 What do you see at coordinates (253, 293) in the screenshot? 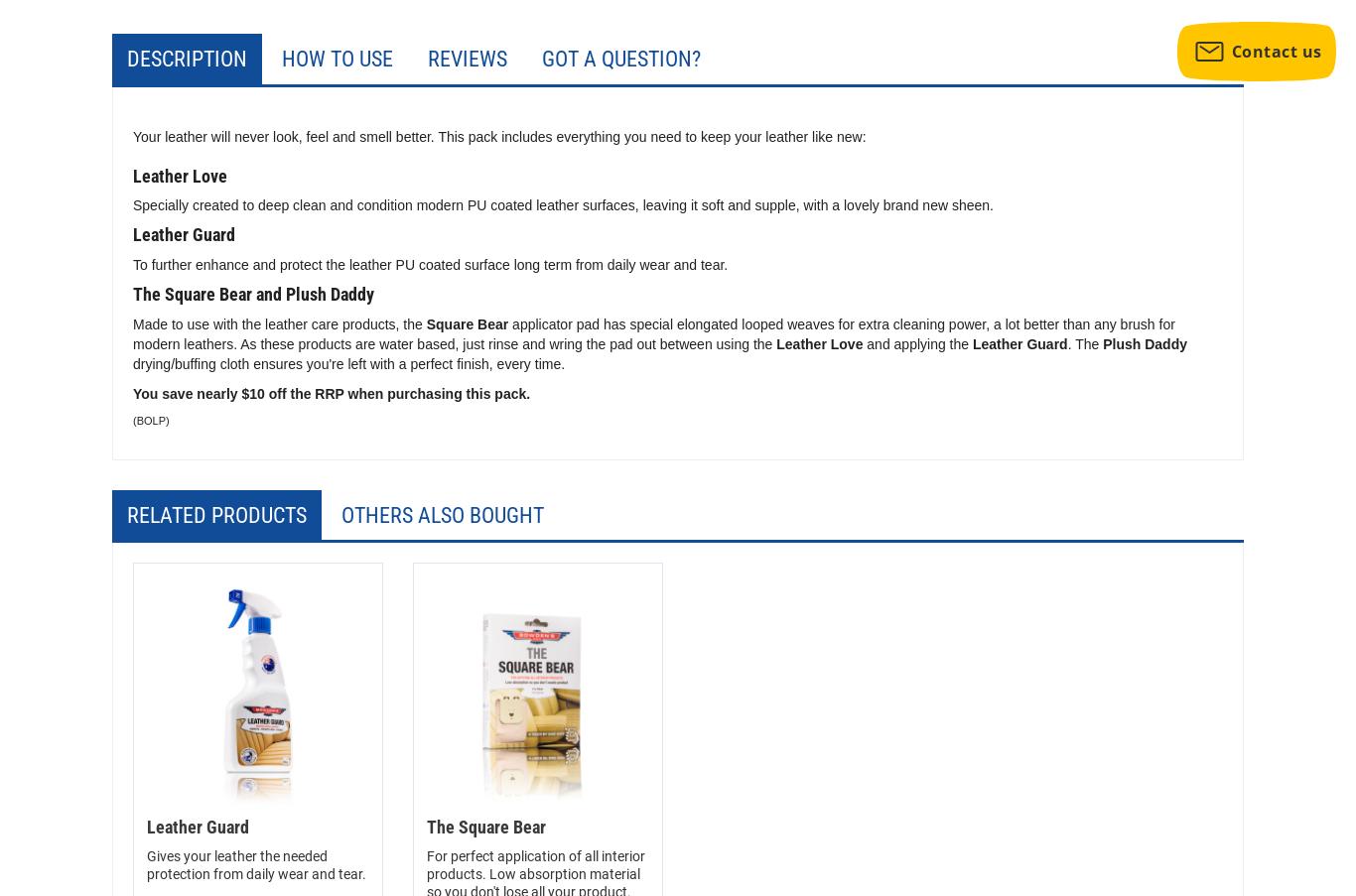
I see `'The Square Bear and Plush Daddy'` at bounding box center [253, 293].